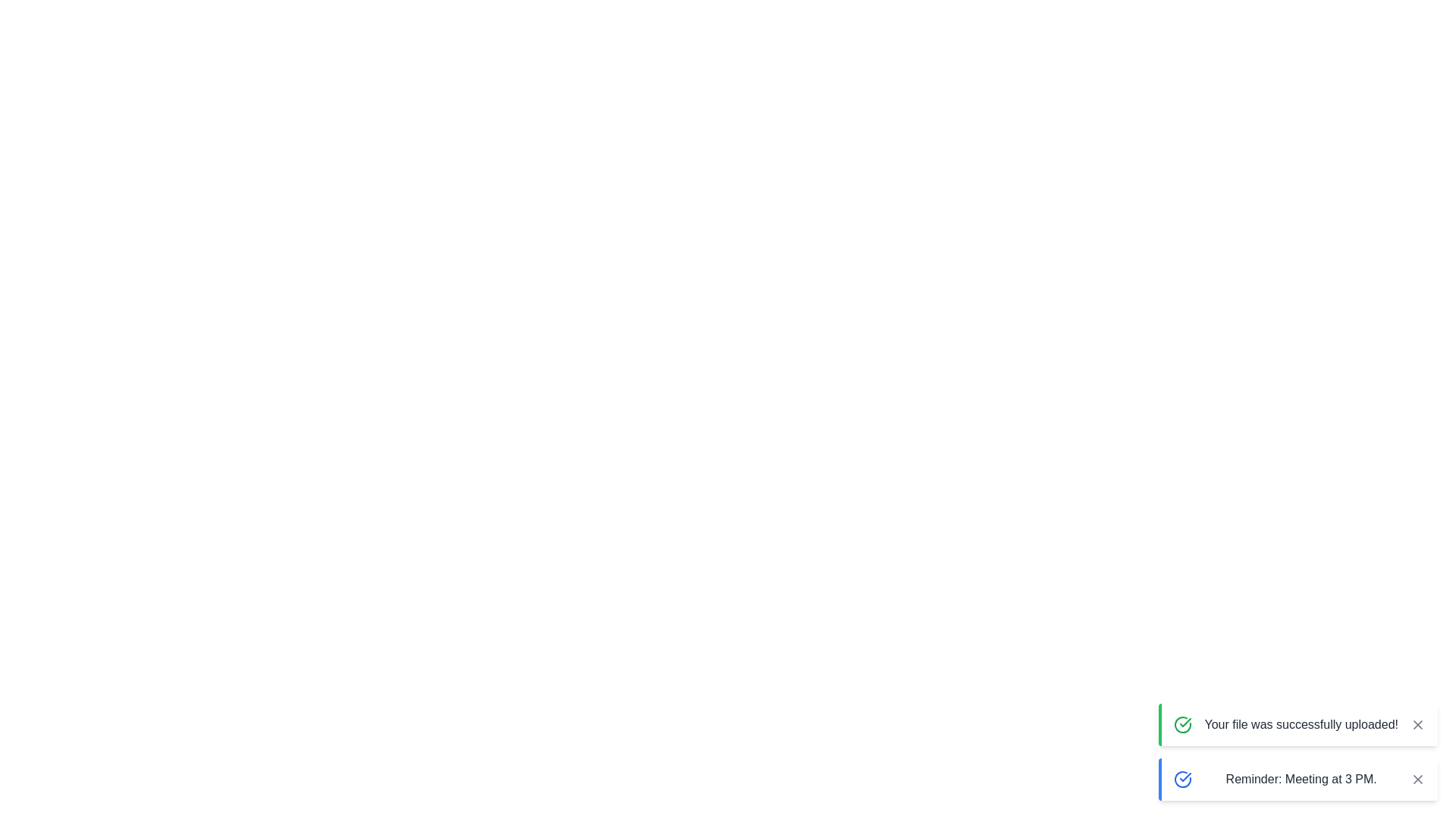  I want to click on the notification with message 'Reminder: Meeting at 3 PM.', so click(1298, 780).